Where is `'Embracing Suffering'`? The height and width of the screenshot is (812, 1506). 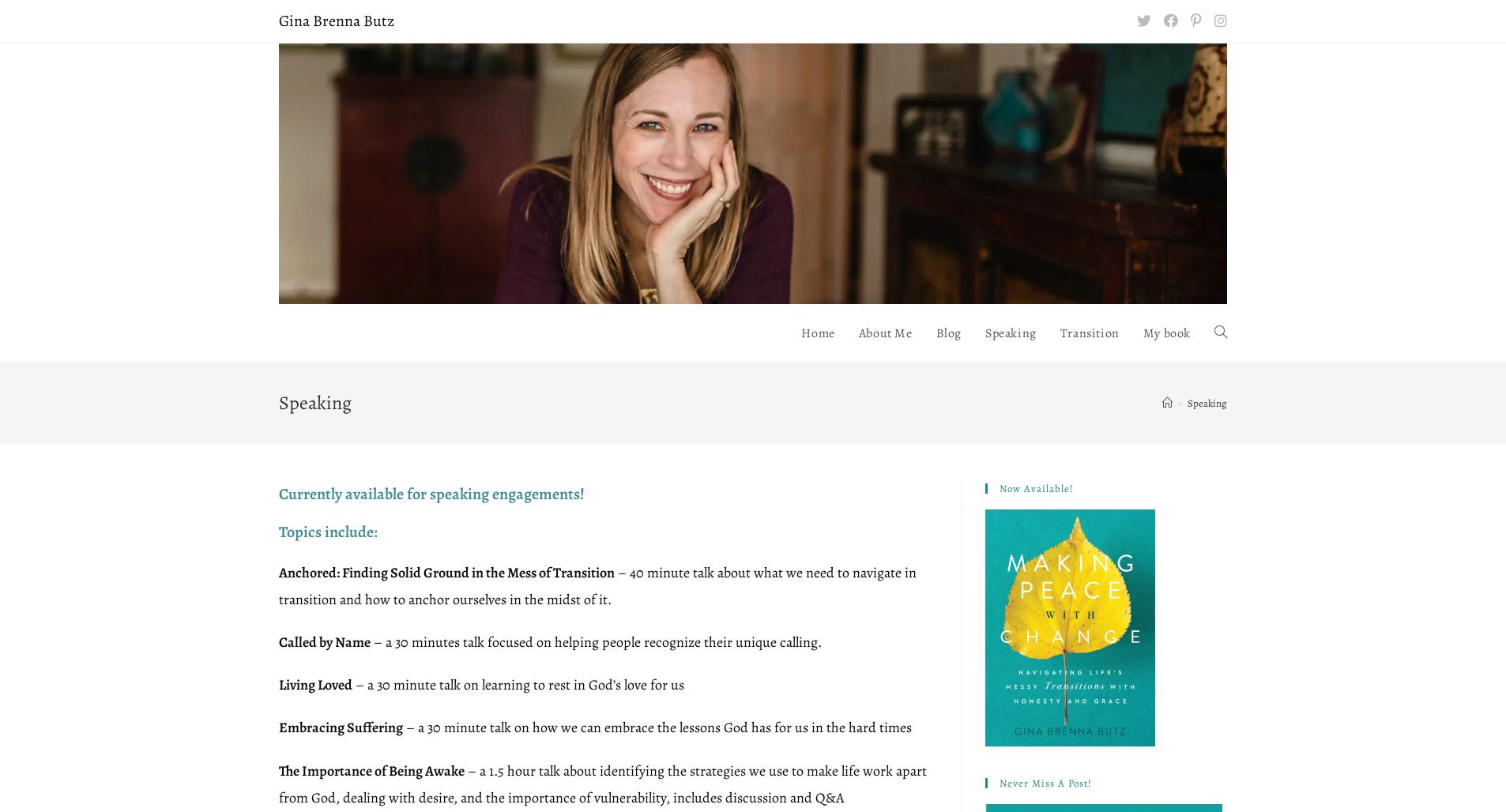 'Embracing Suffering' is located at coordinates (340, 727).